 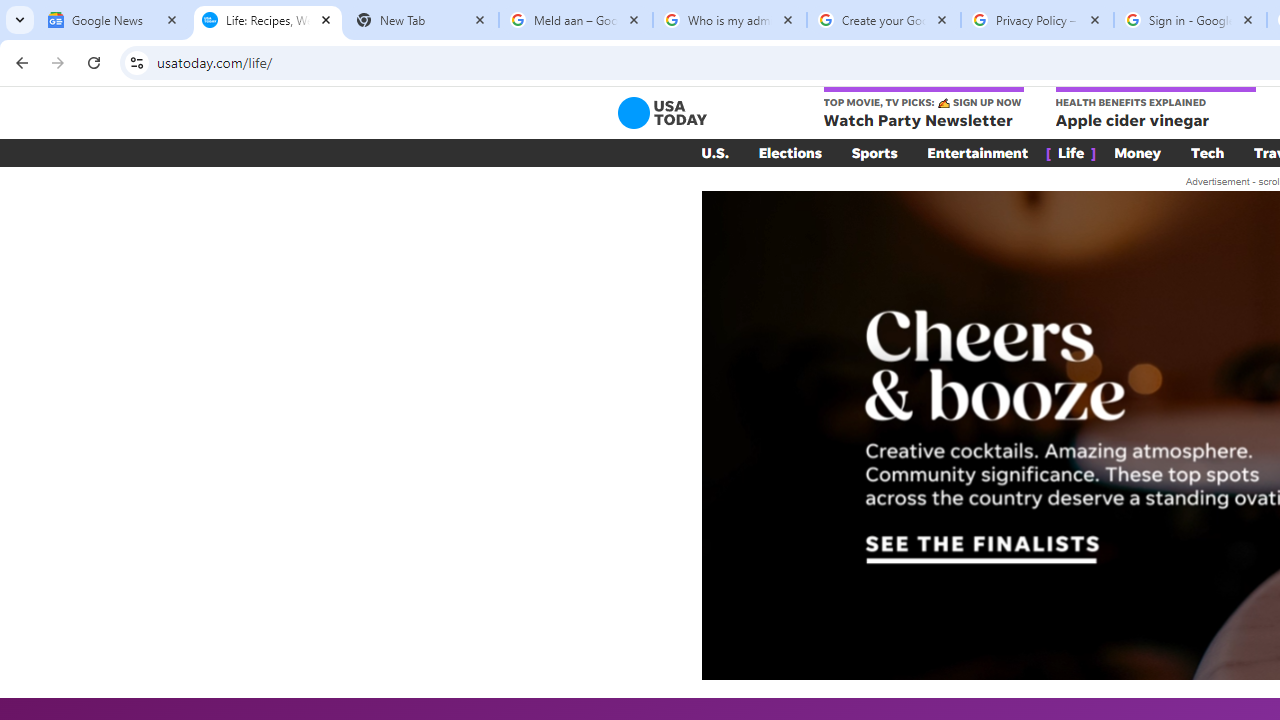 What do you see at coordinates (267, 20) in the screenshot?
I see `'Life: Recipes, Wellness & Horoscopes - USA TODAY'` at bounding box center [267, 20].